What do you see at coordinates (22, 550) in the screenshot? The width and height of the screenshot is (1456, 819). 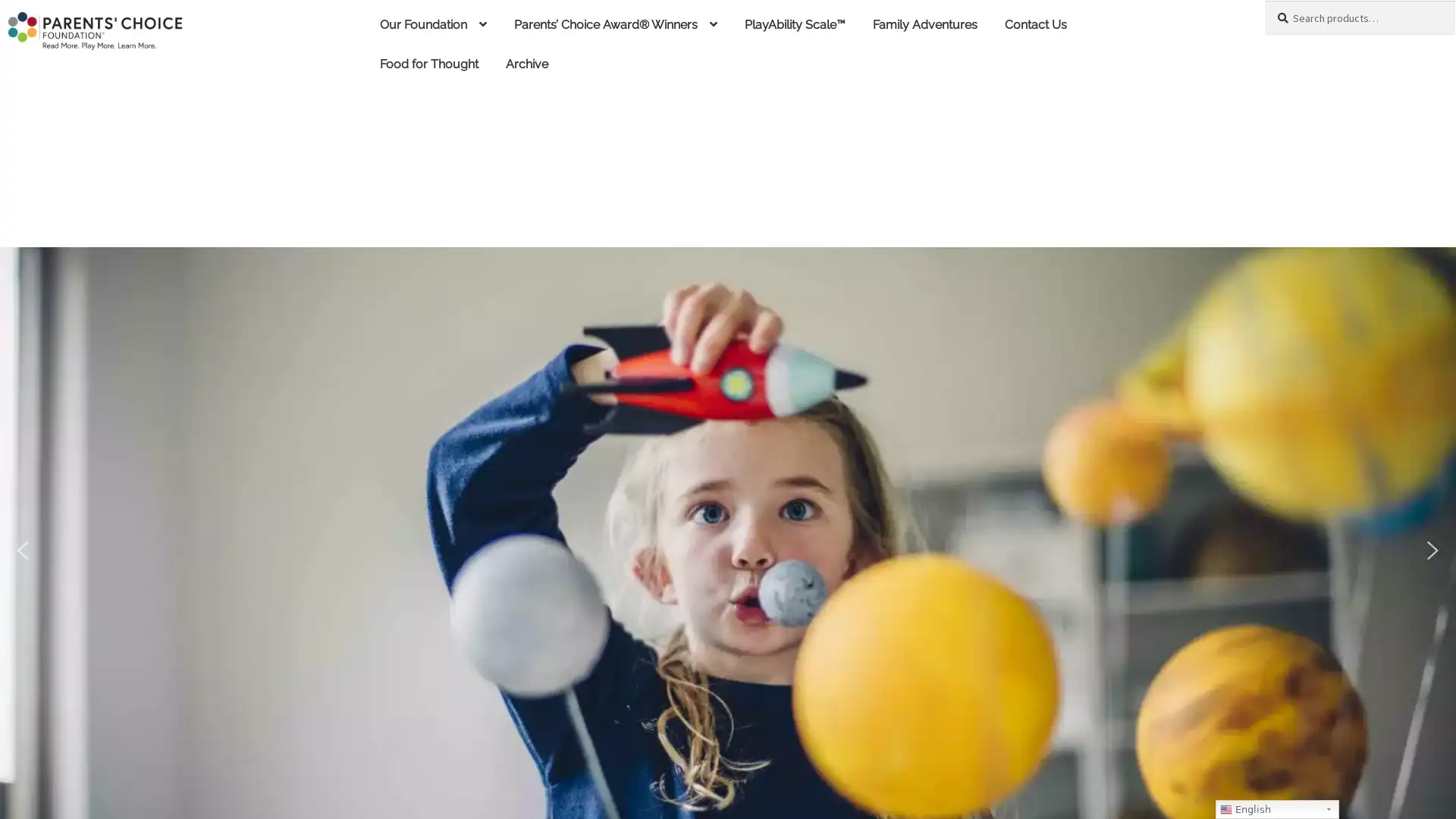 I see `previous arrow` at bounding box center [22, 550].